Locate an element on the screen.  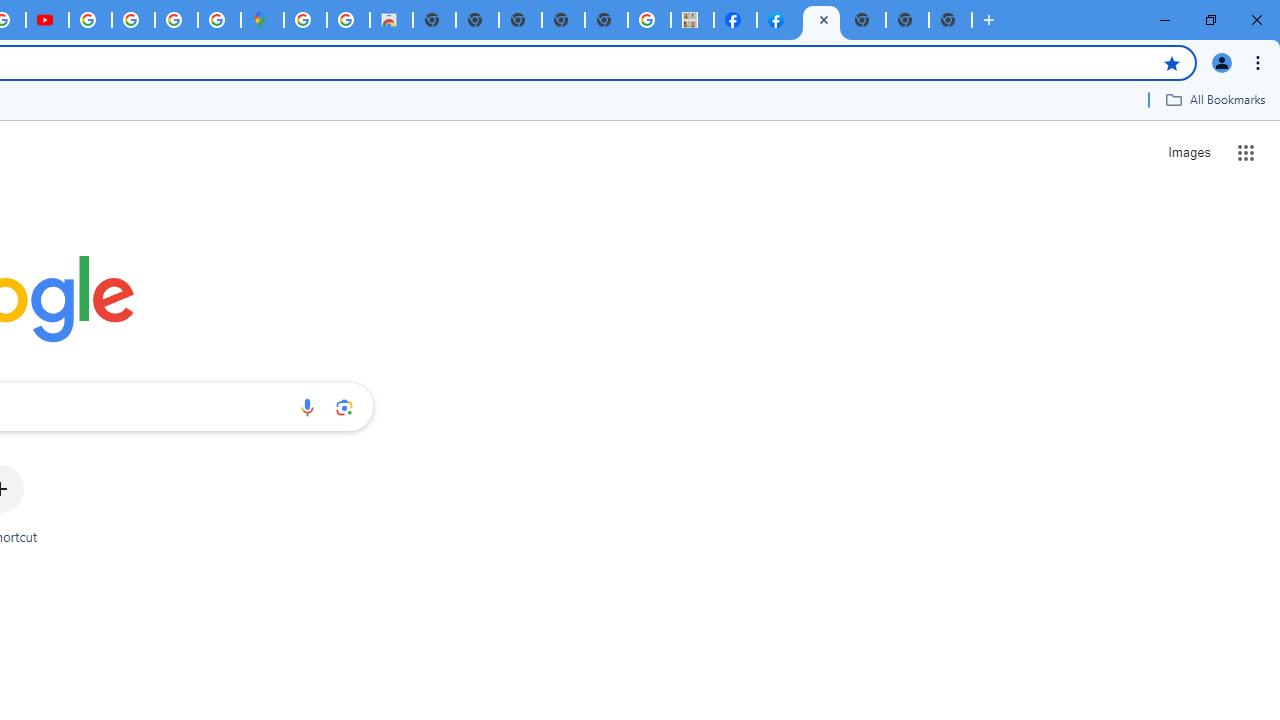
'Search by voice' is located at coordinates (306, 406).